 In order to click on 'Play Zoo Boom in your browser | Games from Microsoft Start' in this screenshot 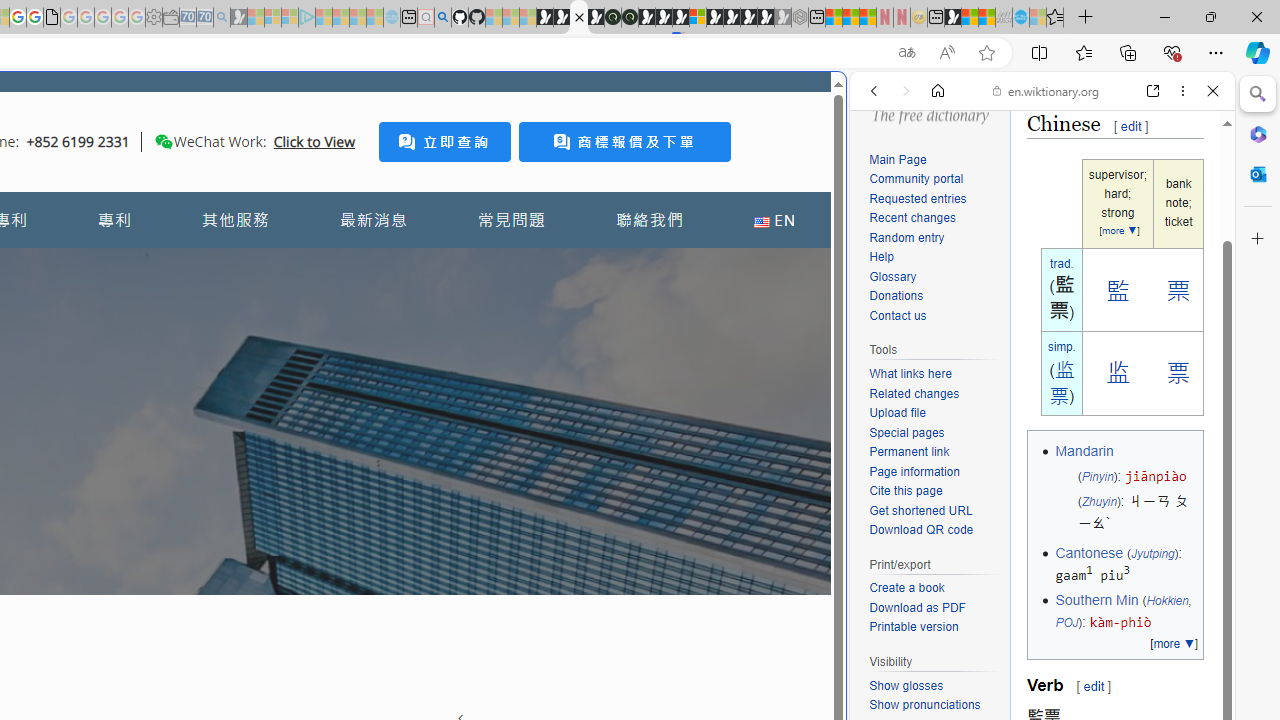, I will do `click(560, 17)`.